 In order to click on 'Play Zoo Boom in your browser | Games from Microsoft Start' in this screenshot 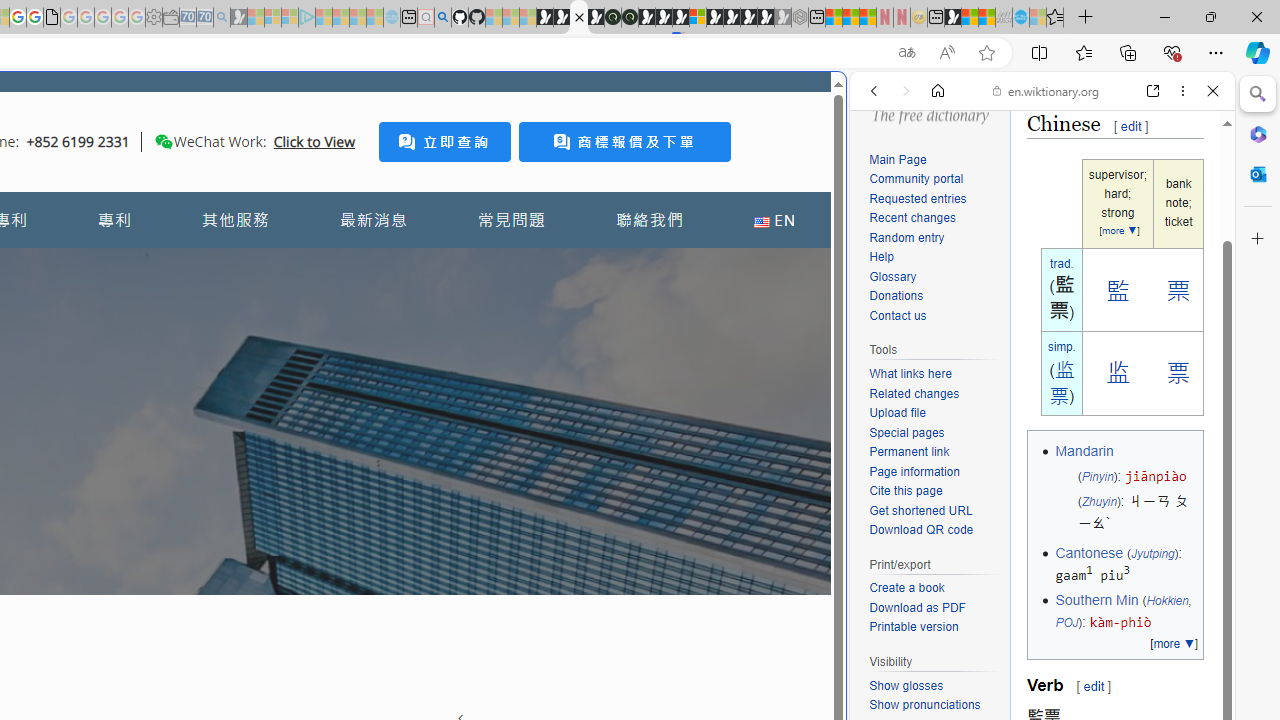, I will do `click(560, 17)`.